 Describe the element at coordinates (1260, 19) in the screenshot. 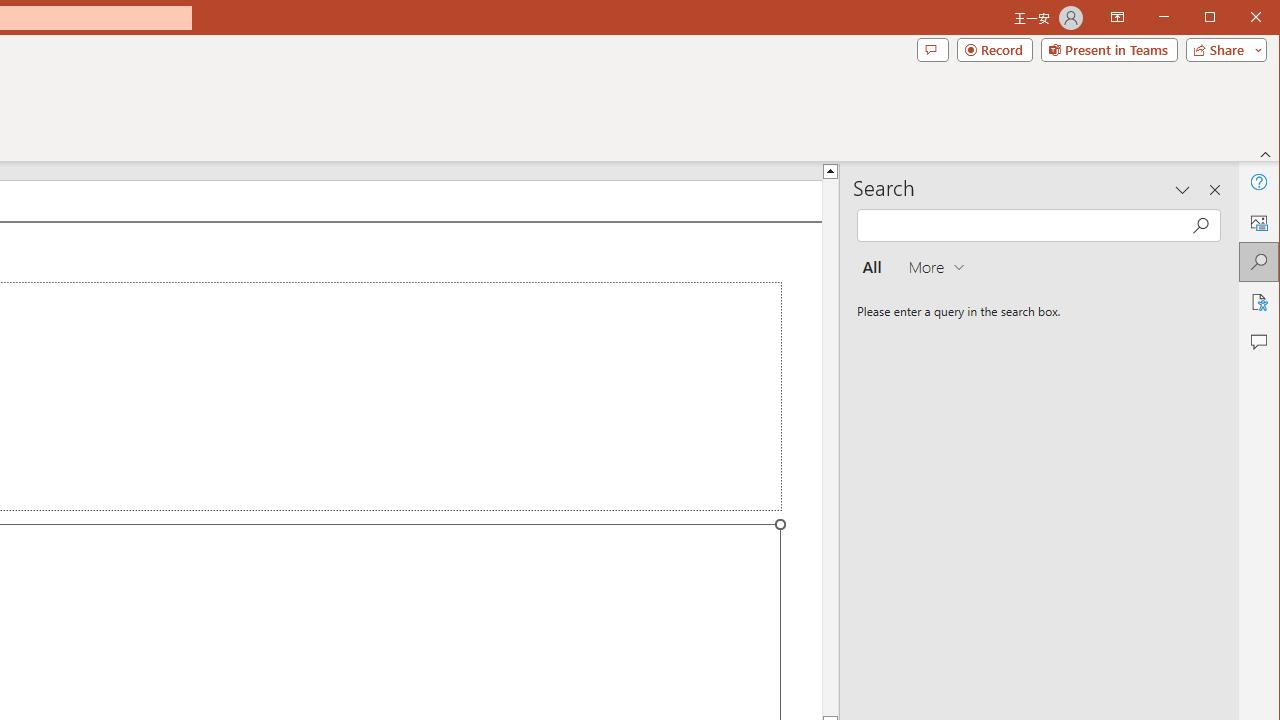

I see `'Close'` at that location.